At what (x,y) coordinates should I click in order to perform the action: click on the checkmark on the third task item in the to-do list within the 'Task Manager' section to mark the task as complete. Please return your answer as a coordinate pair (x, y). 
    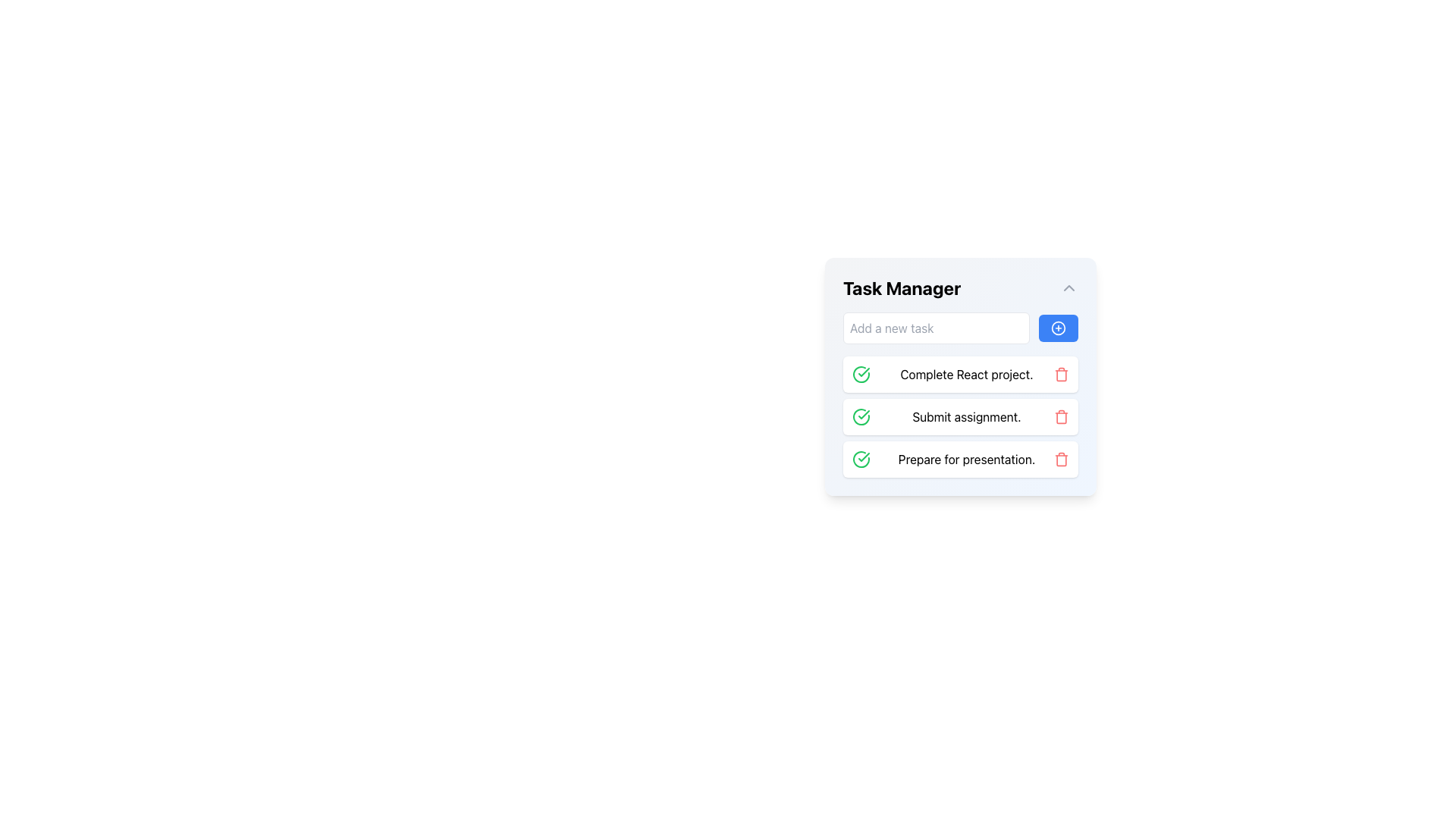
    Looking at the image, I should click on (960, 458).